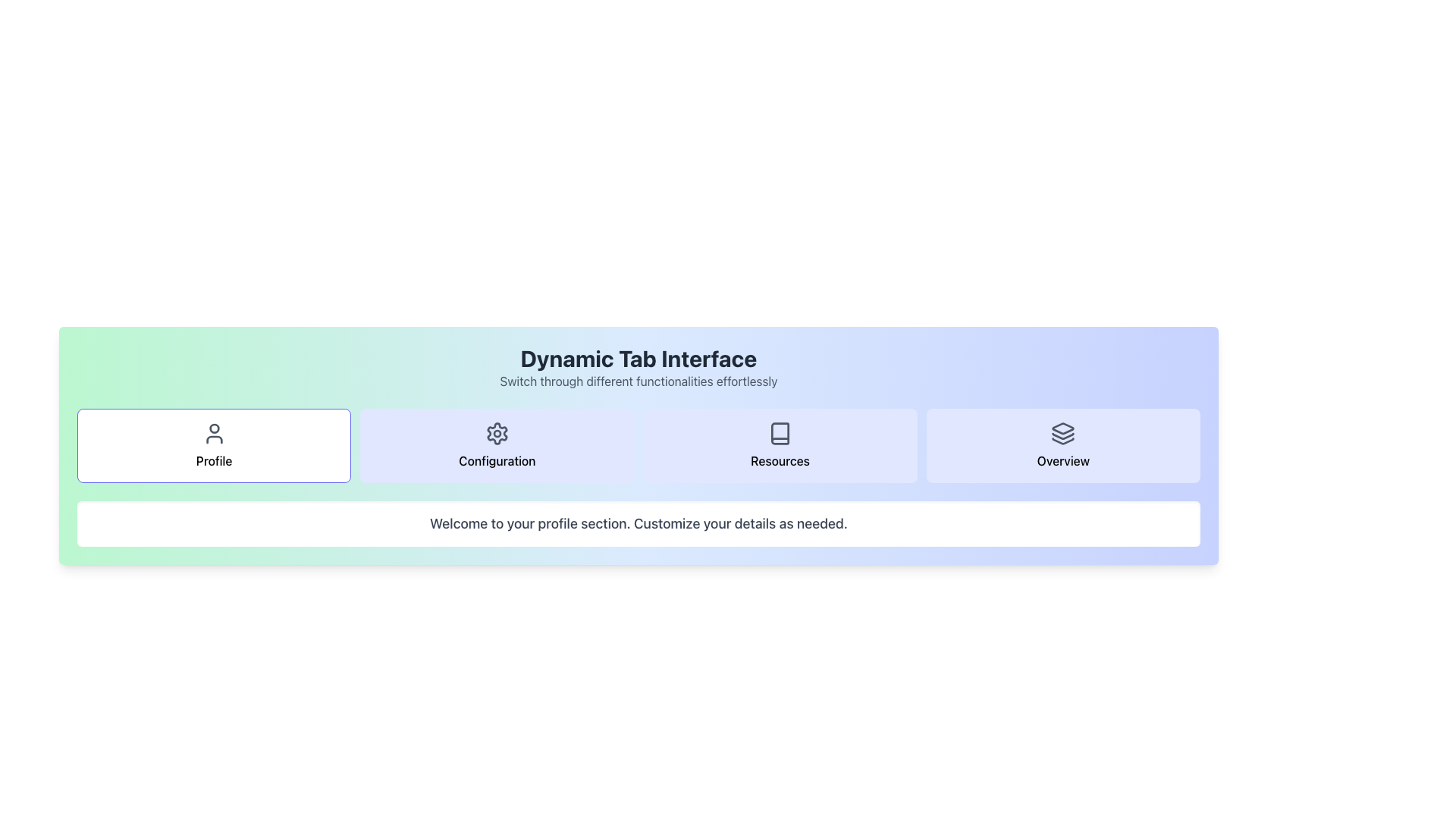 The image size is (1456, 819). What do you see at coordinates (497, 433) in the screenshot?
I see `the 'Configuration' icon located in the second tab, which is placed between the 'Profile' and 'Resources' tabs, indicating access to settings or configuration functionality` at bounding box center [497, 433].